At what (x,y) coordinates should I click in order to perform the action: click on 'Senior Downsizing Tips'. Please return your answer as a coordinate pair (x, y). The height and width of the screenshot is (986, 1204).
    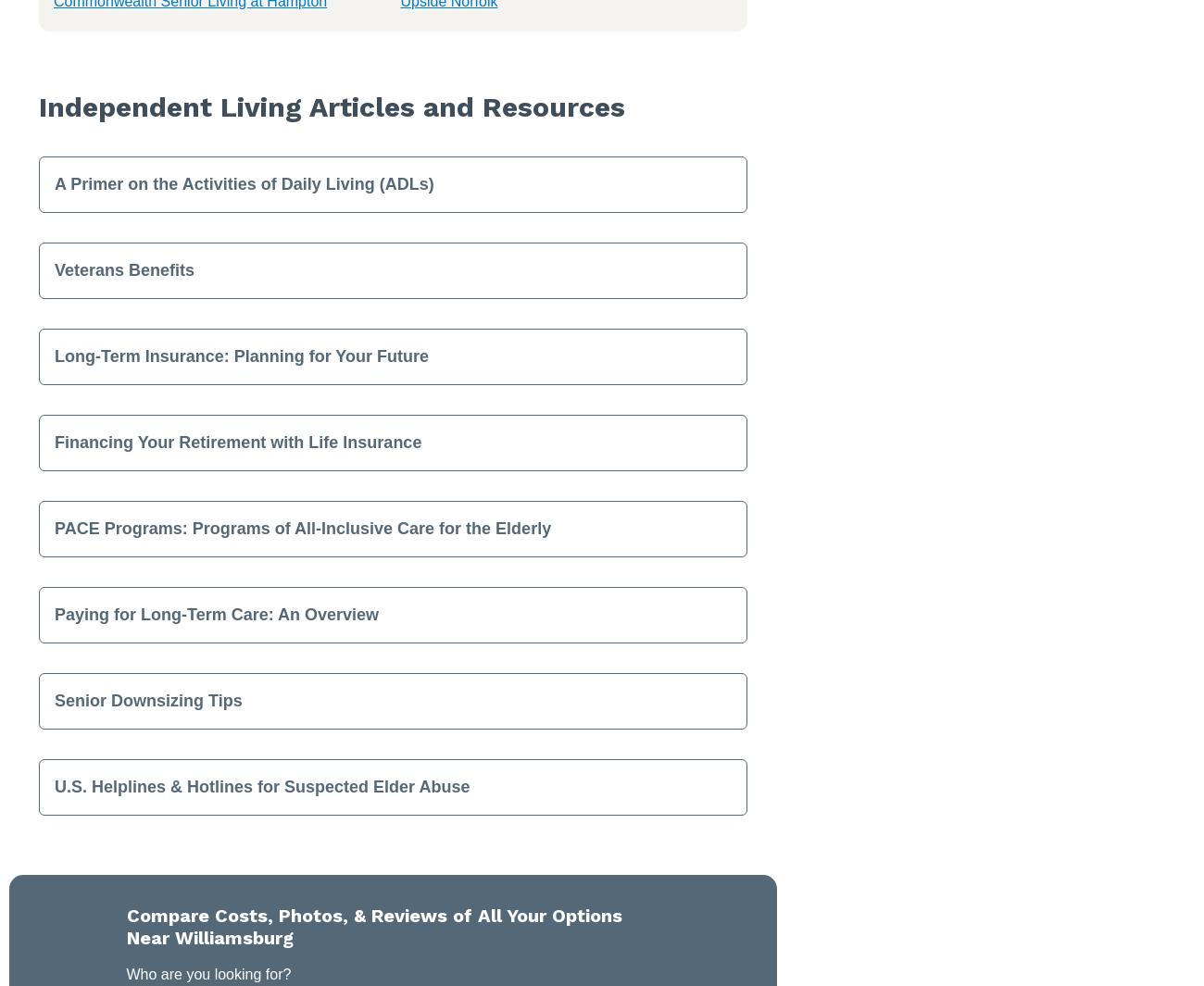
    Looking at the image, I should click on (55, 700).